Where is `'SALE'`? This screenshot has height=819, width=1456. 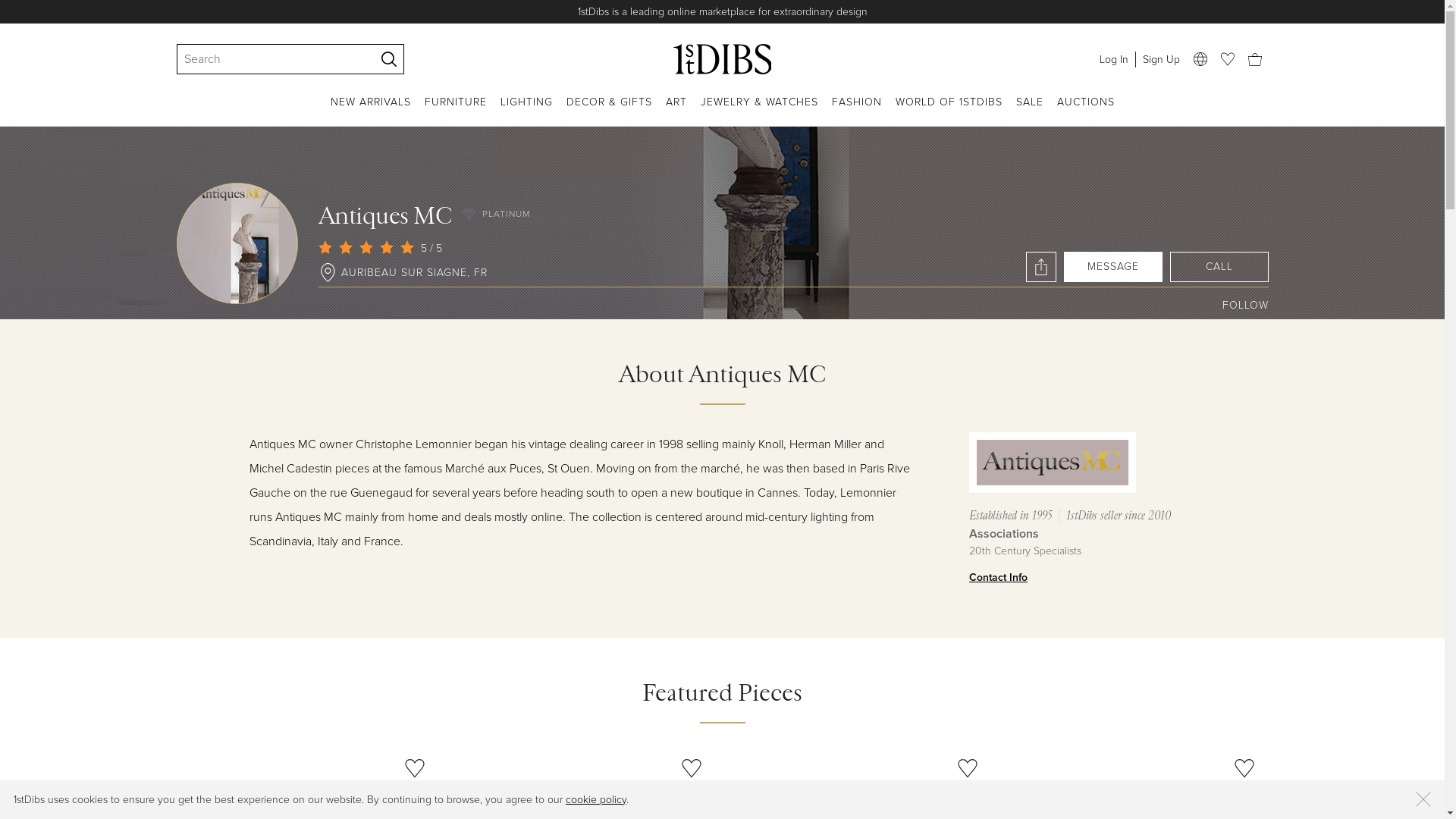 'SALE' is located at coordinates (1030, 109).